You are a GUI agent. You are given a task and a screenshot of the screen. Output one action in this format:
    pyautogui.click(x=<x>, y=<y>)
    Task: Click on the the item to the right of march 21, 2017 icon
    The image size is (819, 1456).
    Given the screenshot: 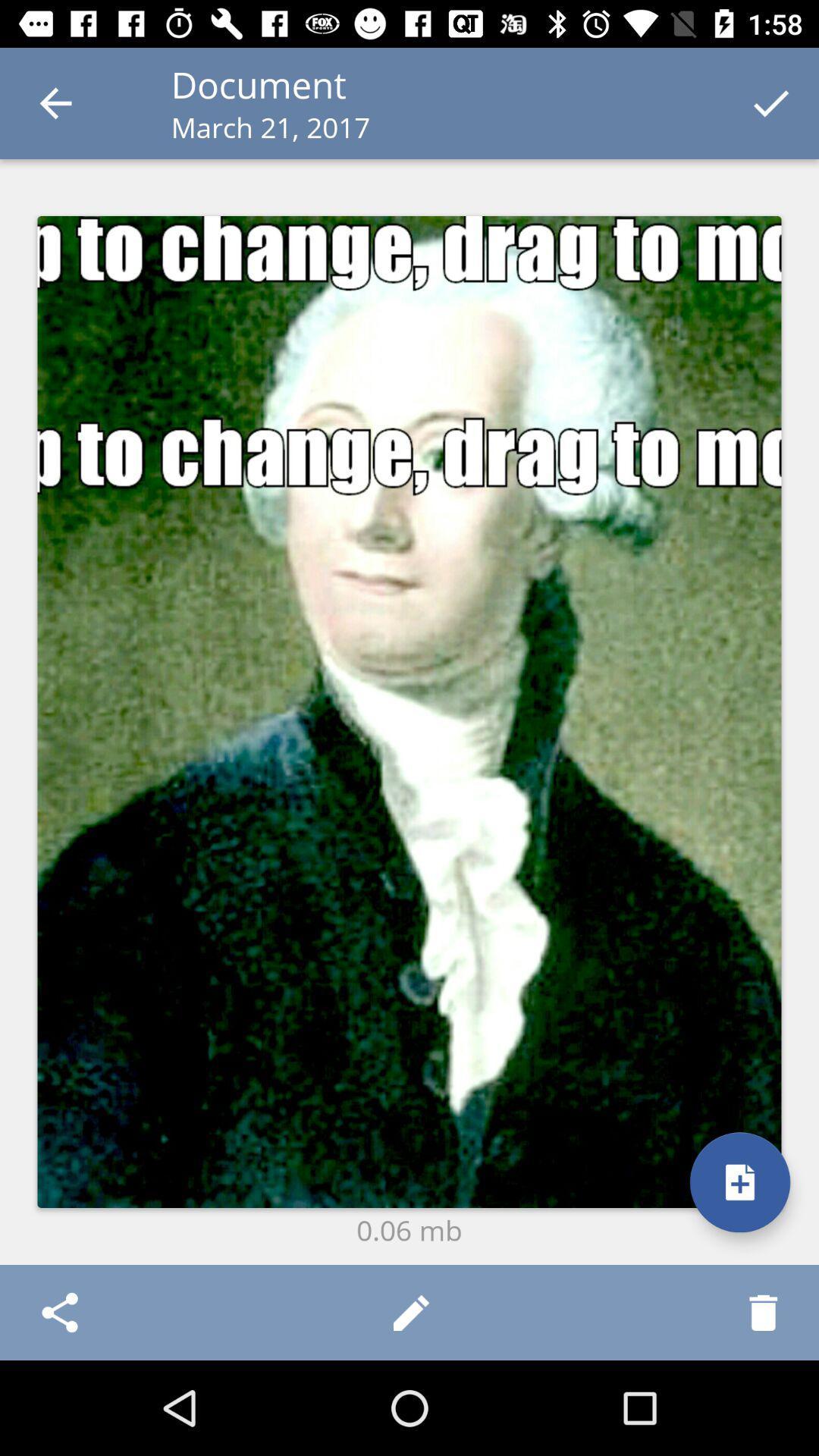 What is the action you would take?
    pyautogui.click(x=771, y=102)
    